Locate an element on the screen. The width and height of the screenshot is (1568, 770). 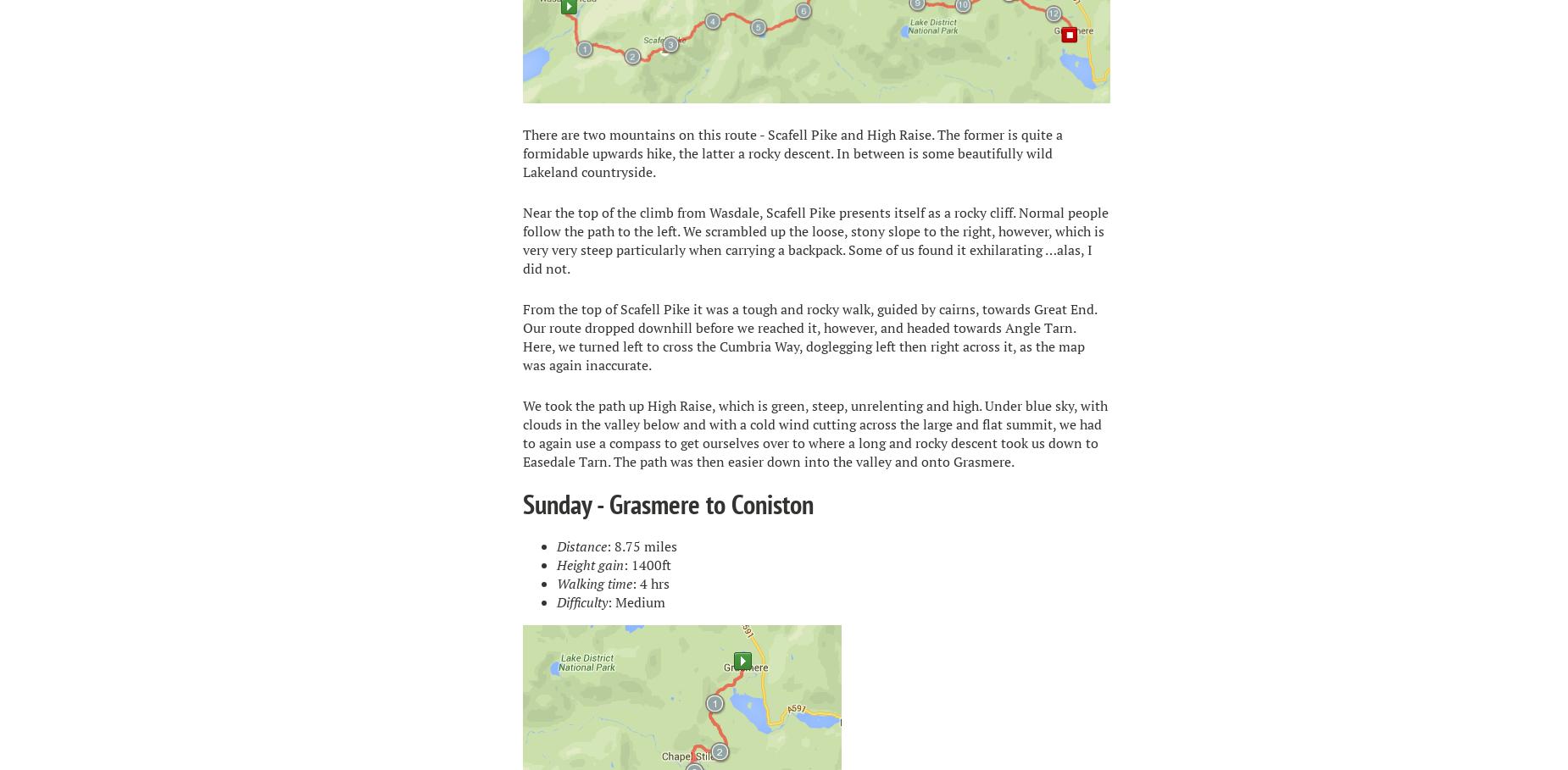
': 4 hrs' is located at coordinates (631, 583).